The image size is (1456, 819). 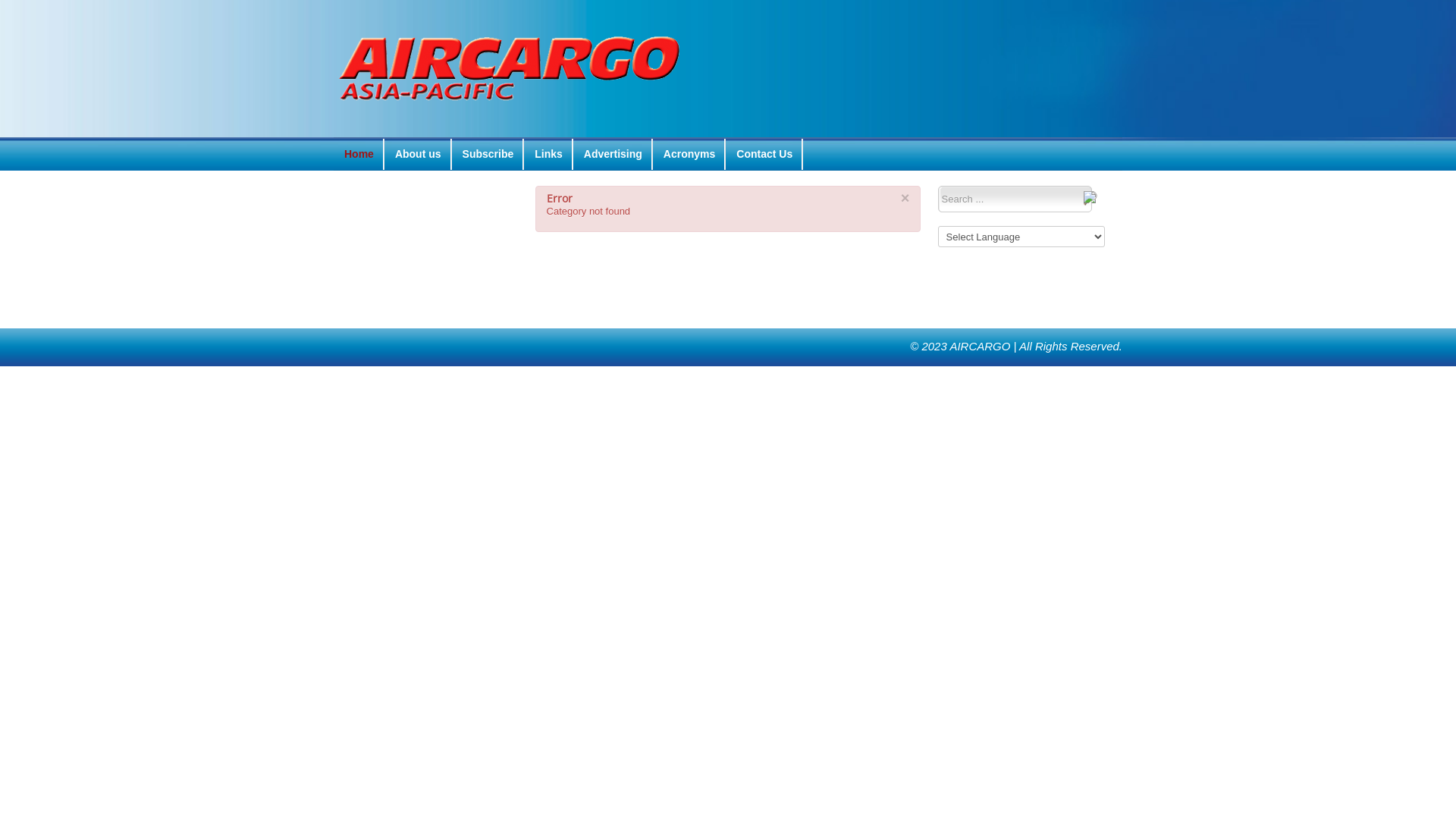 What do you see at coordinates (358, 154) in the screenshot?
I see `'Home'` at bounding box center [358, 154].